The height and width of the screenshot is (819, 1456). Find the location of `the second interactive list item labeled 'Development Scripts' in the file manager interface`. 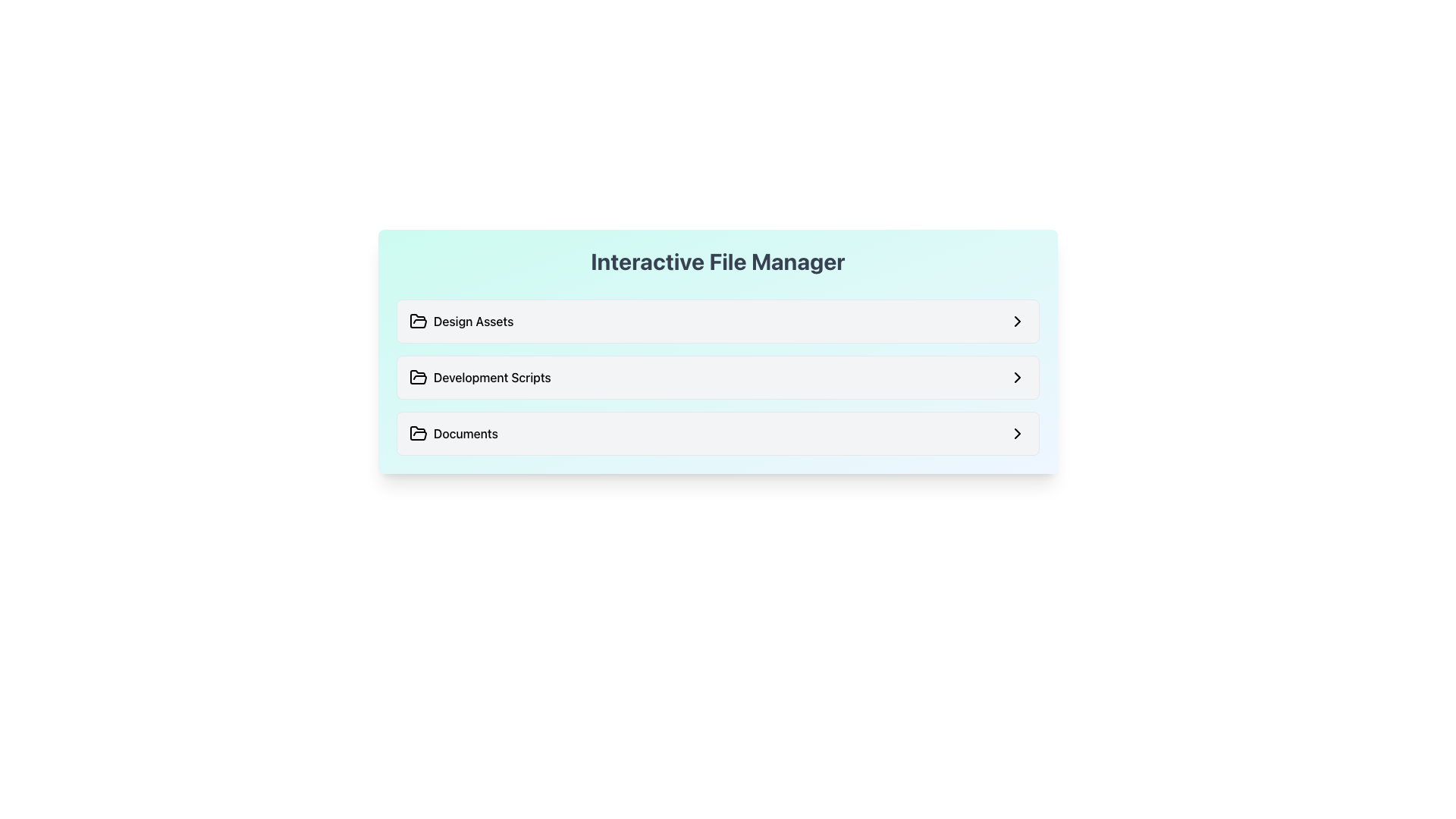

the second interactive list item labeled 'Development Scripts' in the file manager interface is located at coordinates (717, 376).